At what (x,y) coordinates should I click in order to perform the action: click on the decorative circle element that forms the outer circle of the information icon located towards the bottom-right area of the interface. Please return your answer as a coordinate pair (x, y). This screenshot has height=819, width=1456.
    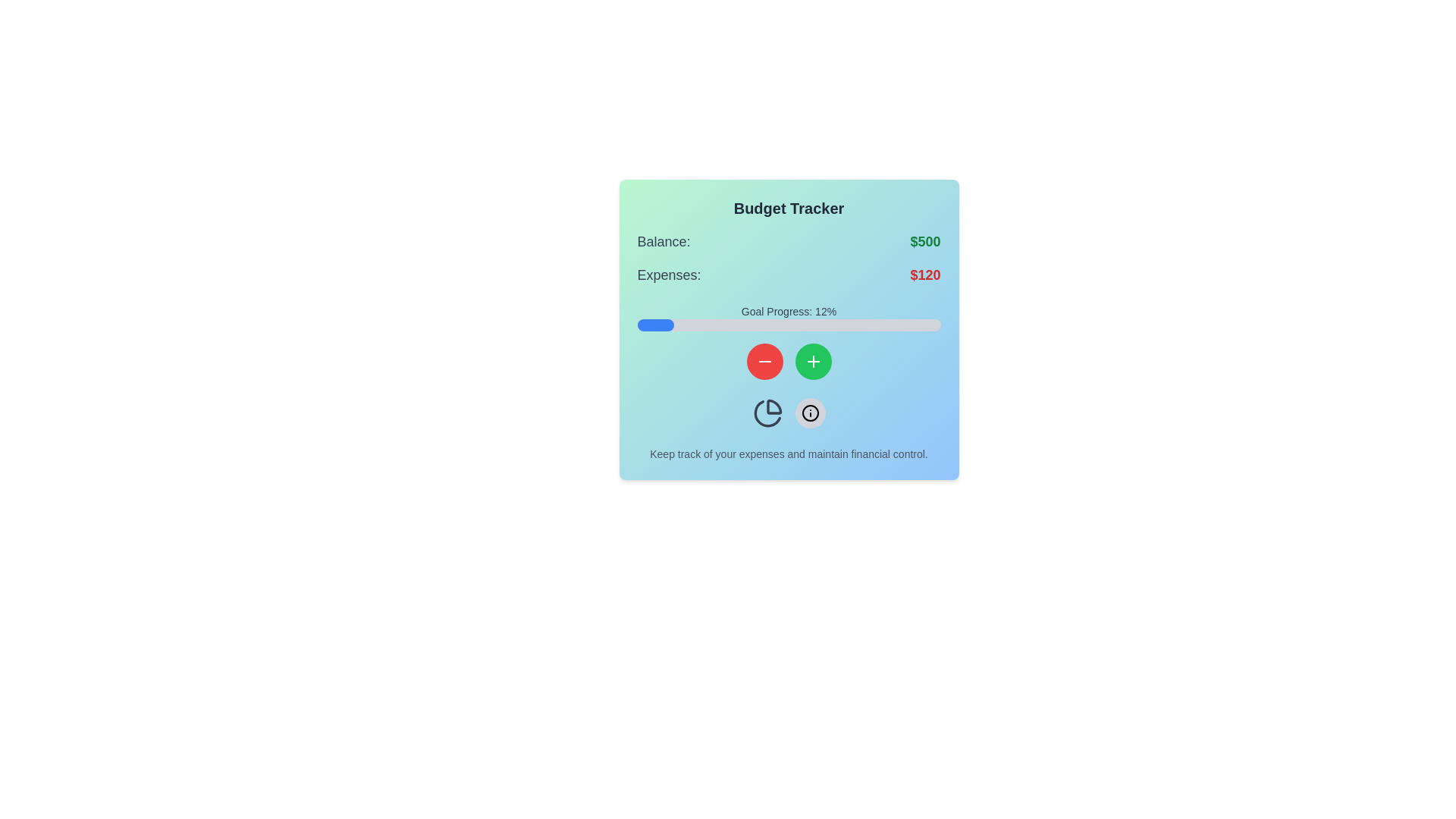
    Looking at the image, I should click on (809, 413).